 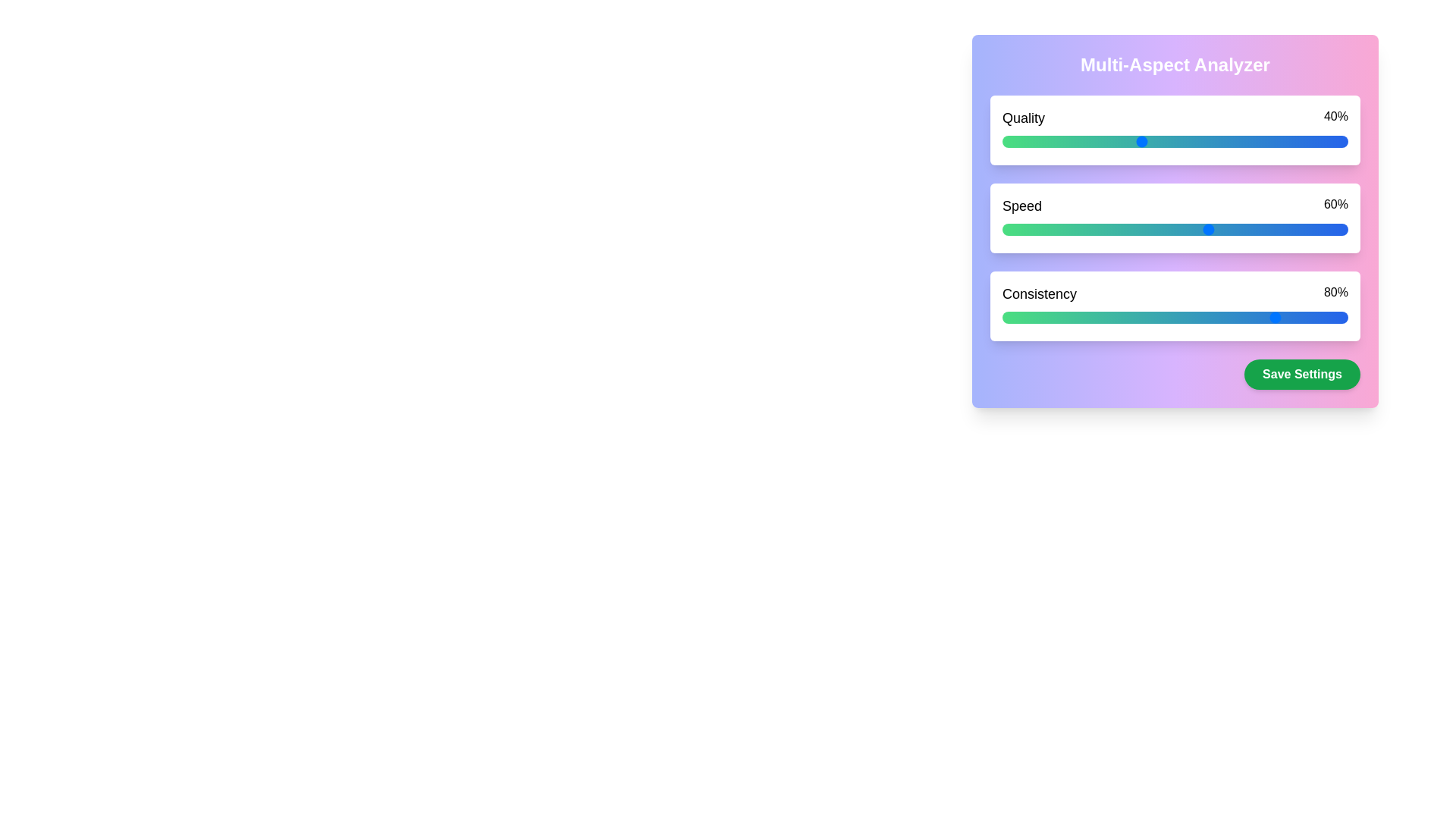 What do you see at coordinates (1301, 374) in the screenshot?
I see `the 'Save Settings' button, which has a green background and white bold text, to observe the hover effect` at bounding box center [1301, 374].